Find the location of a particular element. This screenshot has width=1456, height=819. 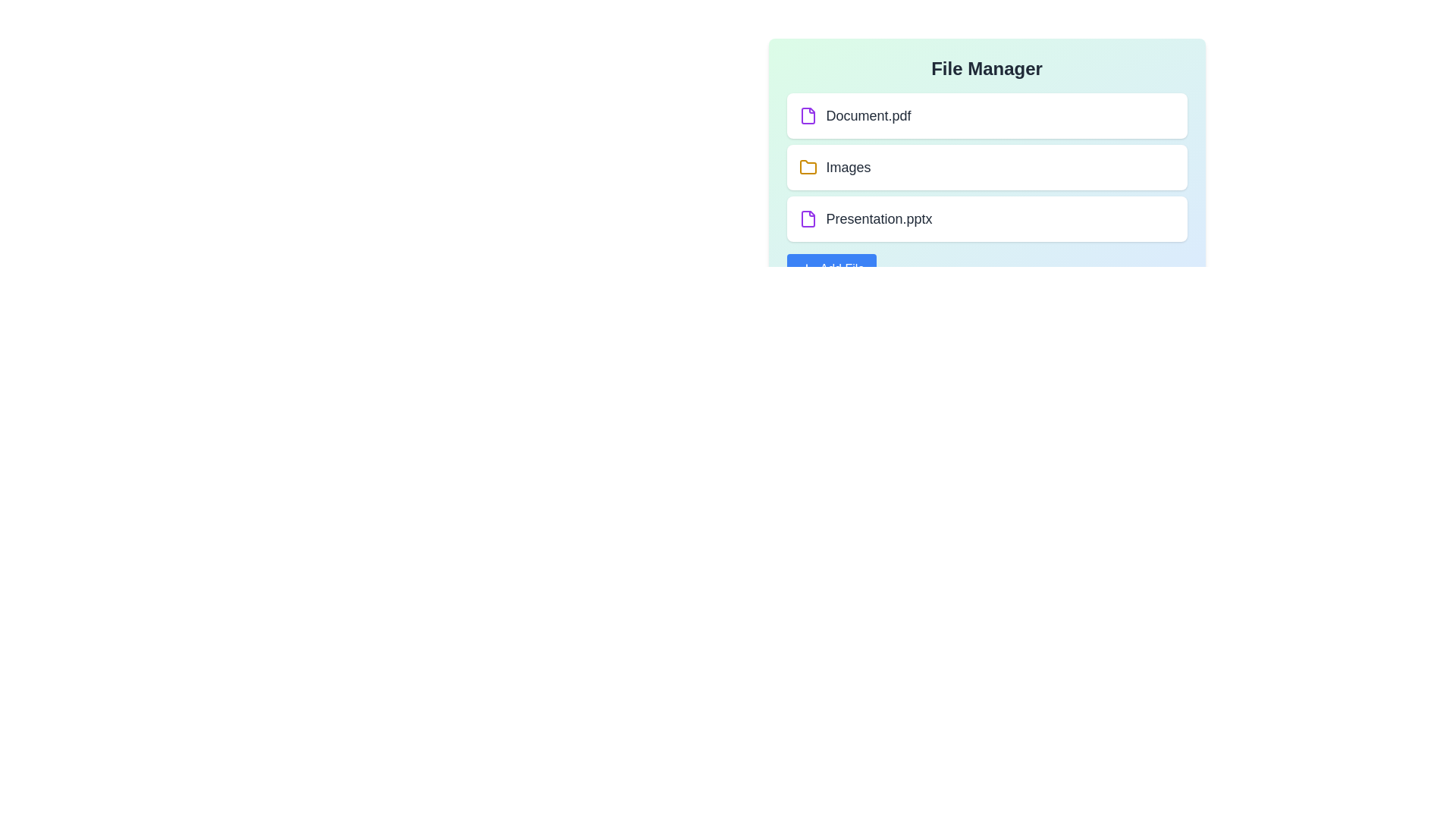

the item Images from the list is located at coordinates (987, 167).